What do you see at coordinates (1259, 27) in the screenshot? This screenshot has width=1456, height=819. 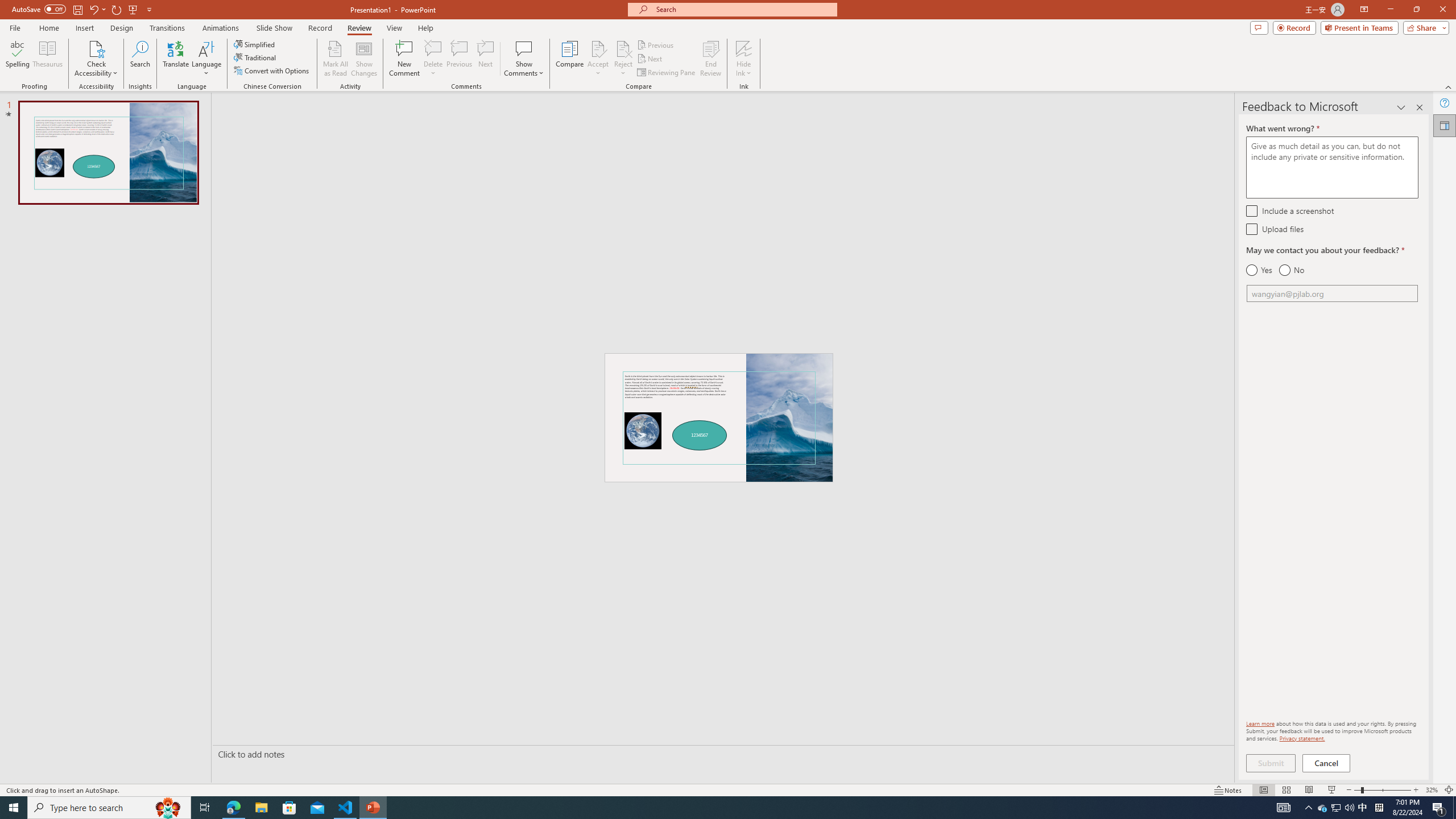 I see `'Comments'` at bounding box center [1259, 27].